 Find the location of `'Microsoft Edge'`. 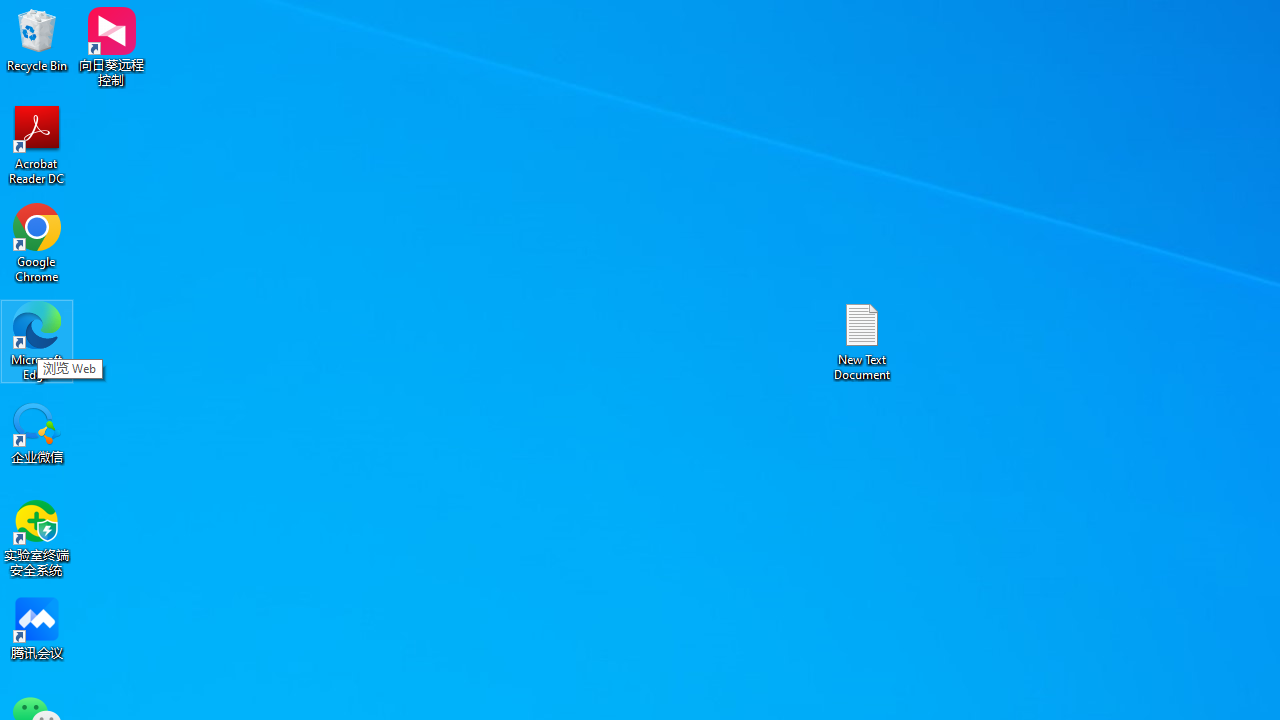

'Microsoft Edge' is located at coordinates (37, 340).